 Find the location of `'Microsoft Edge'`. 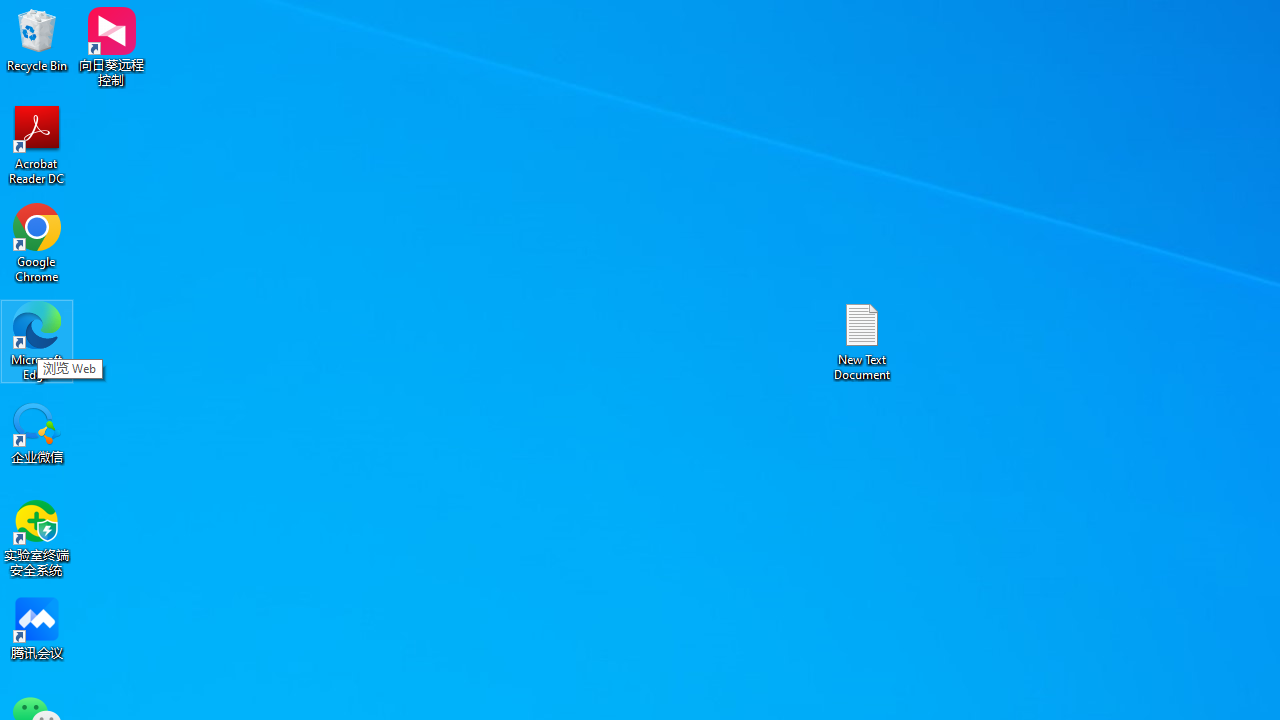

'Microsoft Edge' is located at coordinates (37, 340).